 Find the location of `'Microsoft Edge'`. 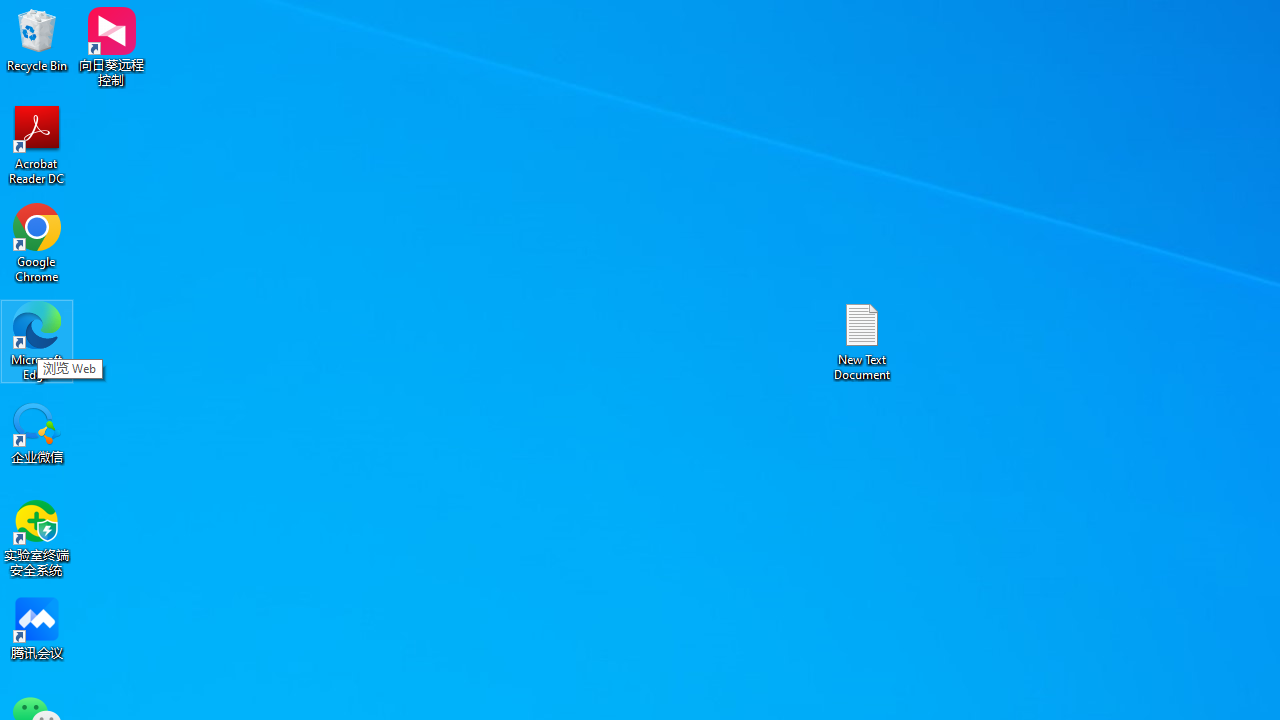

'Microsoft Edge' is located at coordinates (37, 340).